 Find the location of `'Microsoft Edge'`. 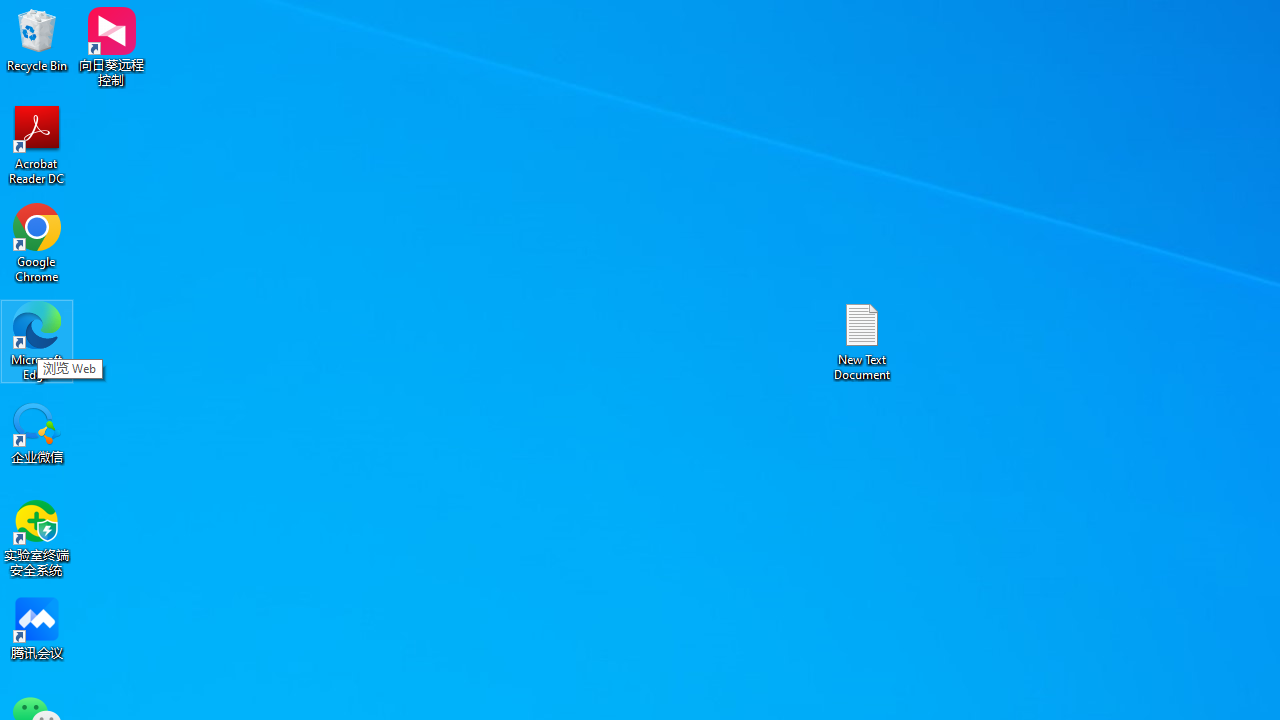

'Microsoft Edge' is located at coordinates (37, 340).